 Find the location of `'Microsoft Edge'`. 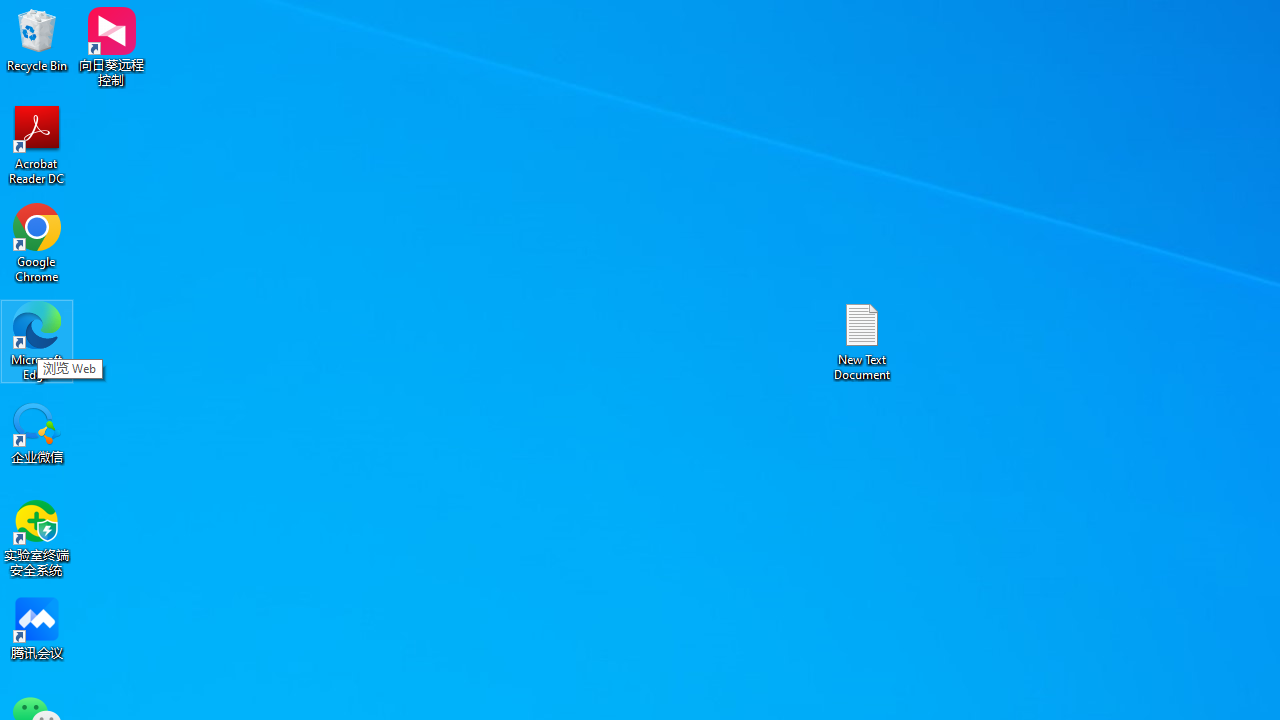

'Microsoft Edge' is located at coordinates (37, 340).